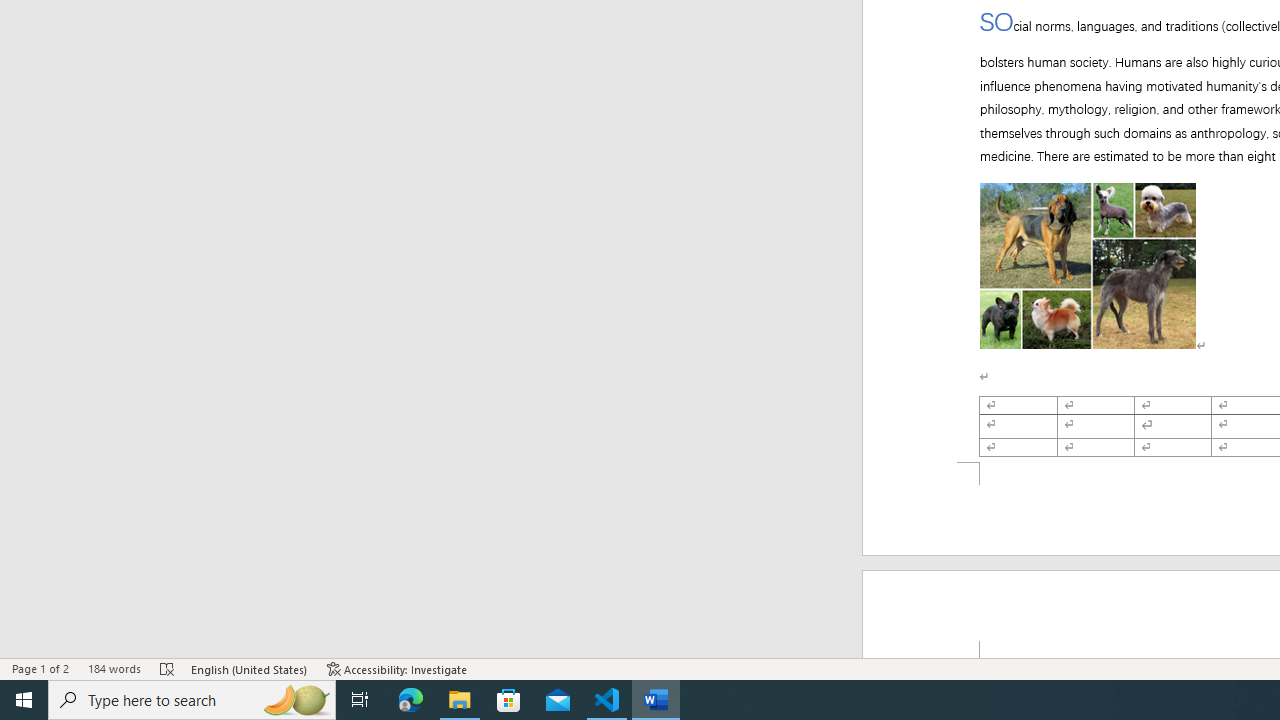 This screenshot has height=720, width=1280. I want to click on 'Word - 1 running window', so click(656, 698).